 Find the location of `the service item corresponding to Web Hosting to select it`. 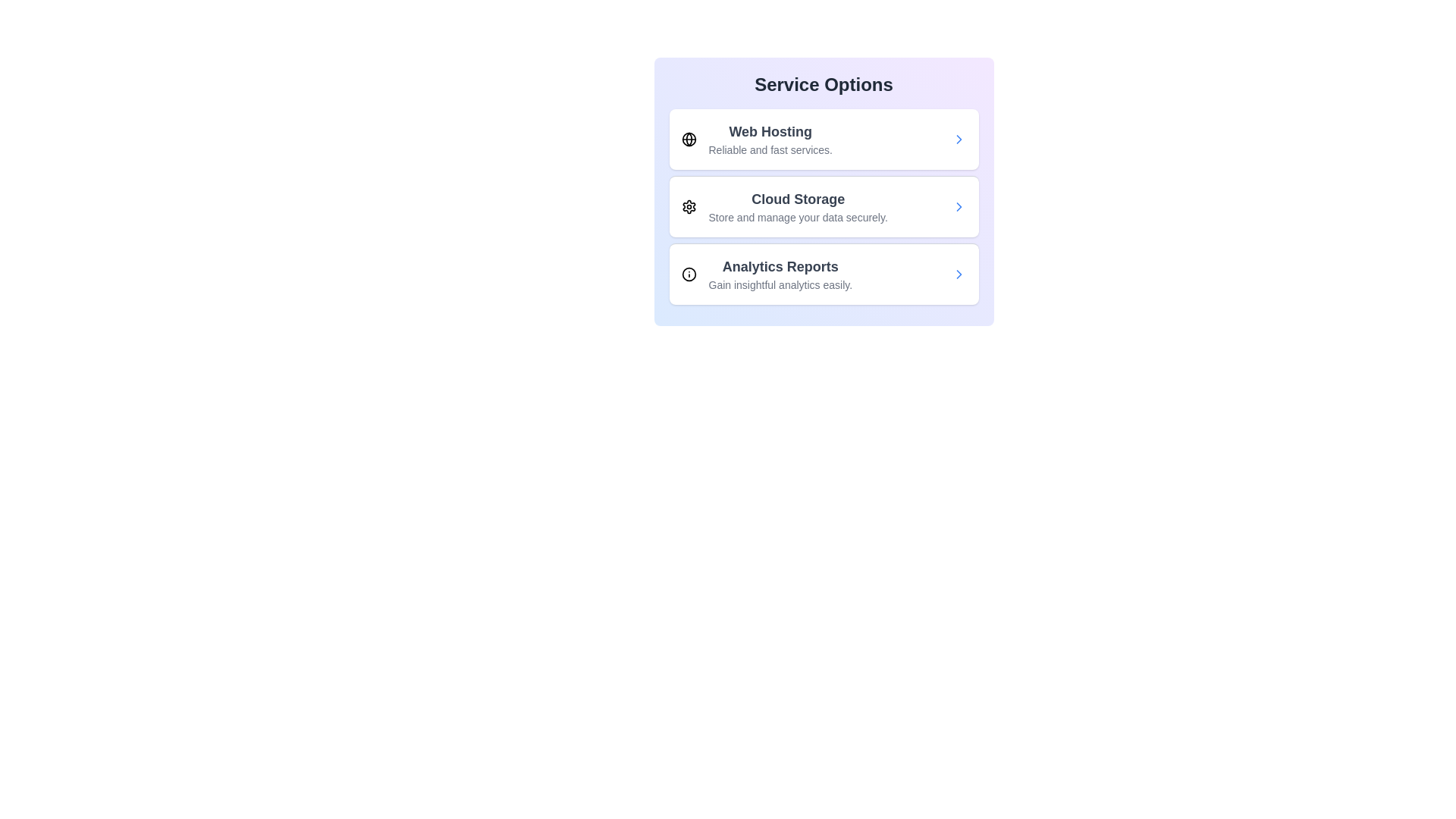

the service item corresponding to Web Hosting to select it is located at coordinates (823, 140).